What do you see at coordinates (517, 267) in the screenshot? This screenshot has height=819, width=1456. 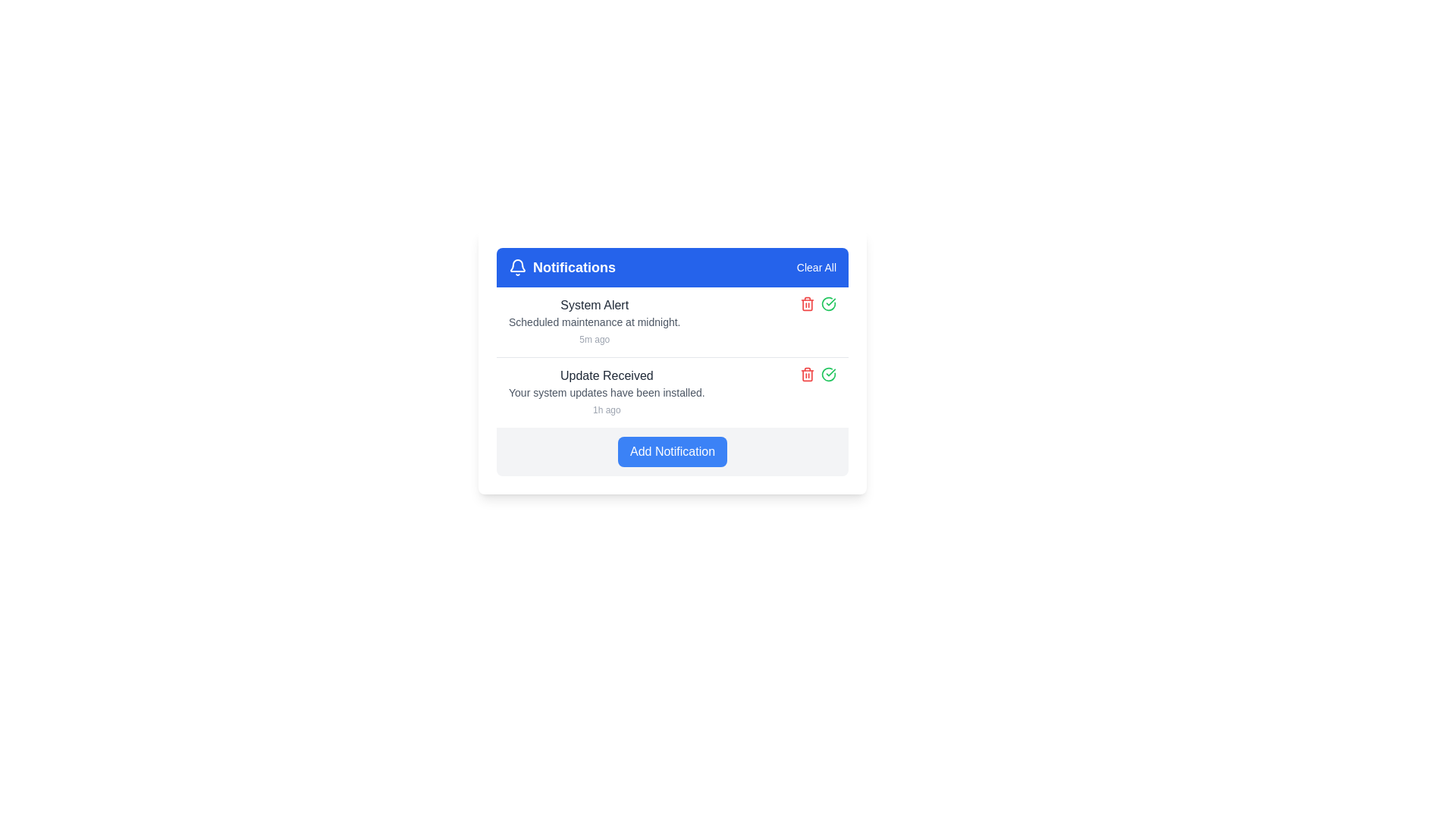 I see `the decorative notification icon located at the far left of the header section, preceding the 'Notifications' title` at bounding box center [517, 267].